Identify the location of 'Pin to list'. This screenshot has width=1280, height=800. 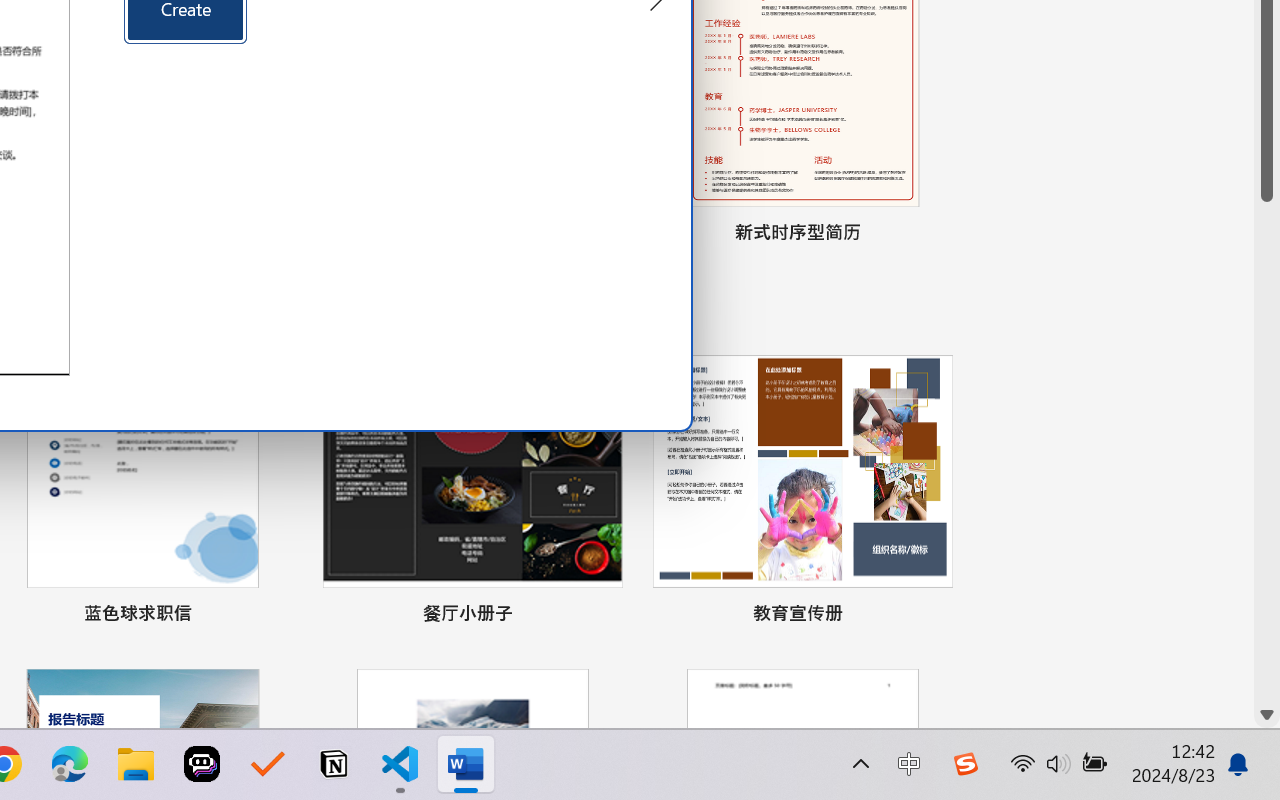
(933, 616).